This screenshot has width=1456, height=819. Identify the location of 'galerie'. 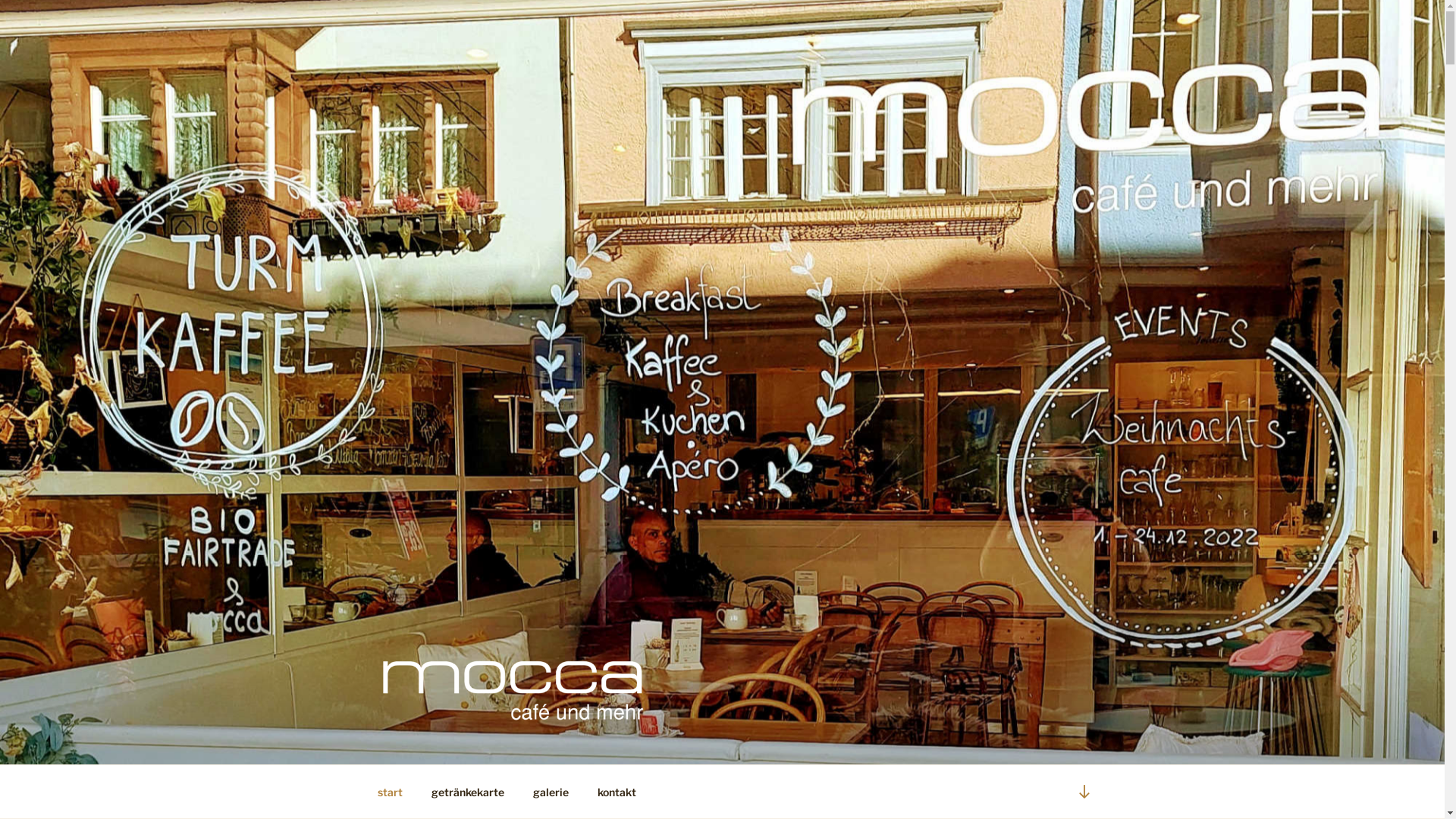
(520, 791).